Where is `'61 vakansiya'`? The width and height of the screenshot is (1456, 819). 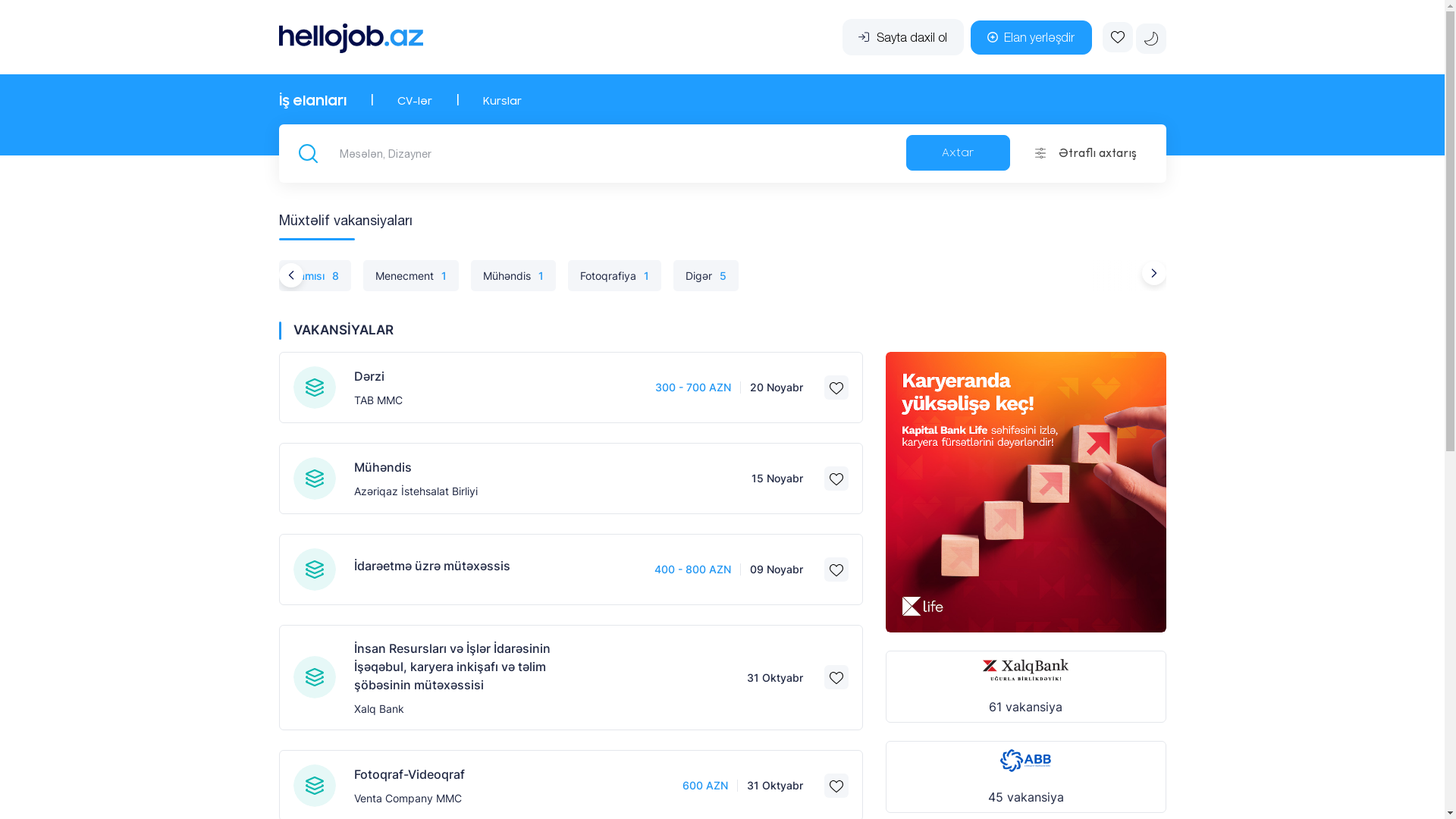 '61 vakansiya' is located at coordinates (1026, 686).